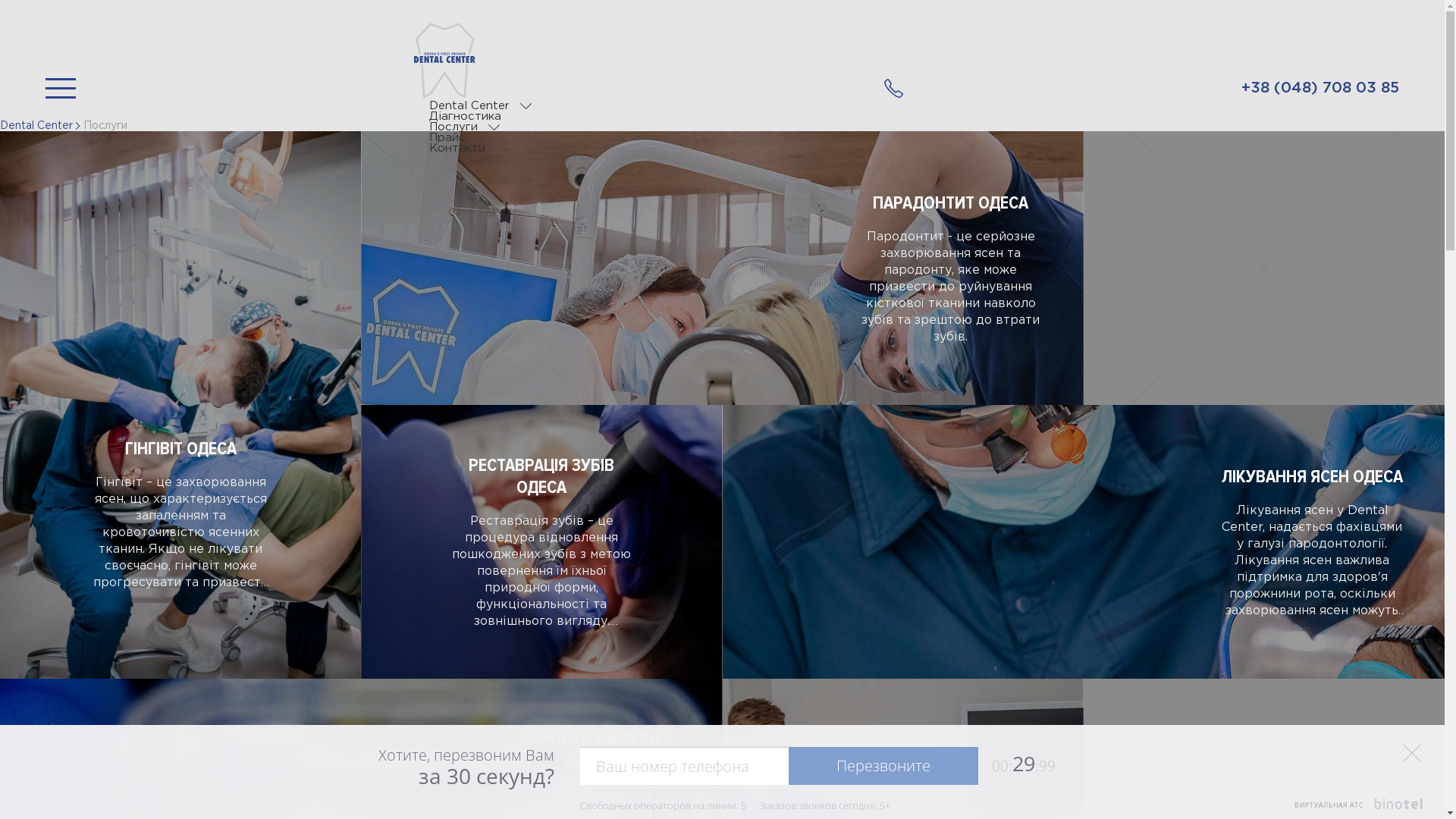  What do you see at coordinates (1319, 88) in the screenshot?
I see `'+38 (048) 708 03 85'` at bounding box center [1319, 88].